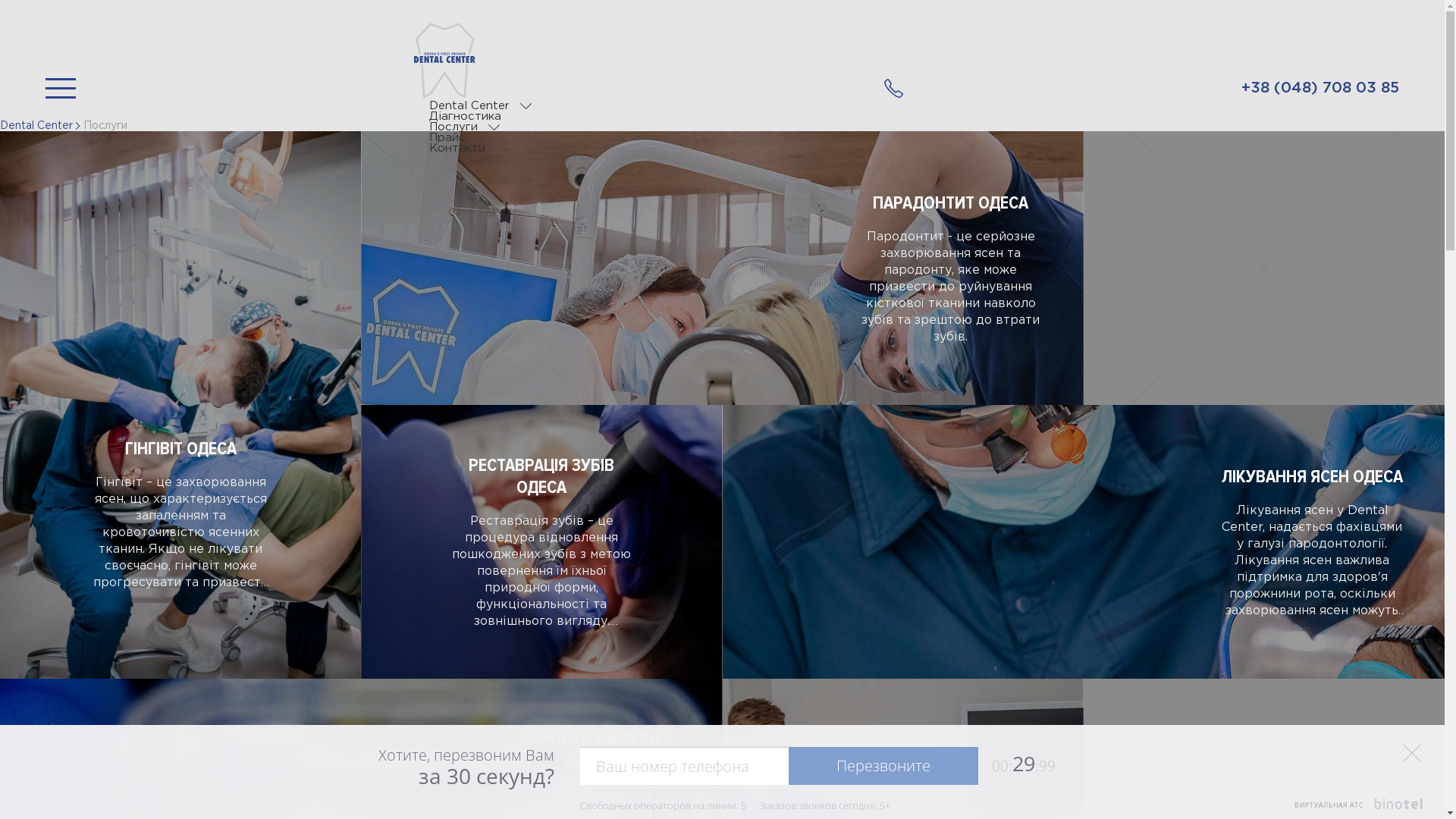  What do you see at coordinates (1319, 88) in the screenshot?
I see `'+38 (048) 708 03 85'` at bounding box center [1319, 88].